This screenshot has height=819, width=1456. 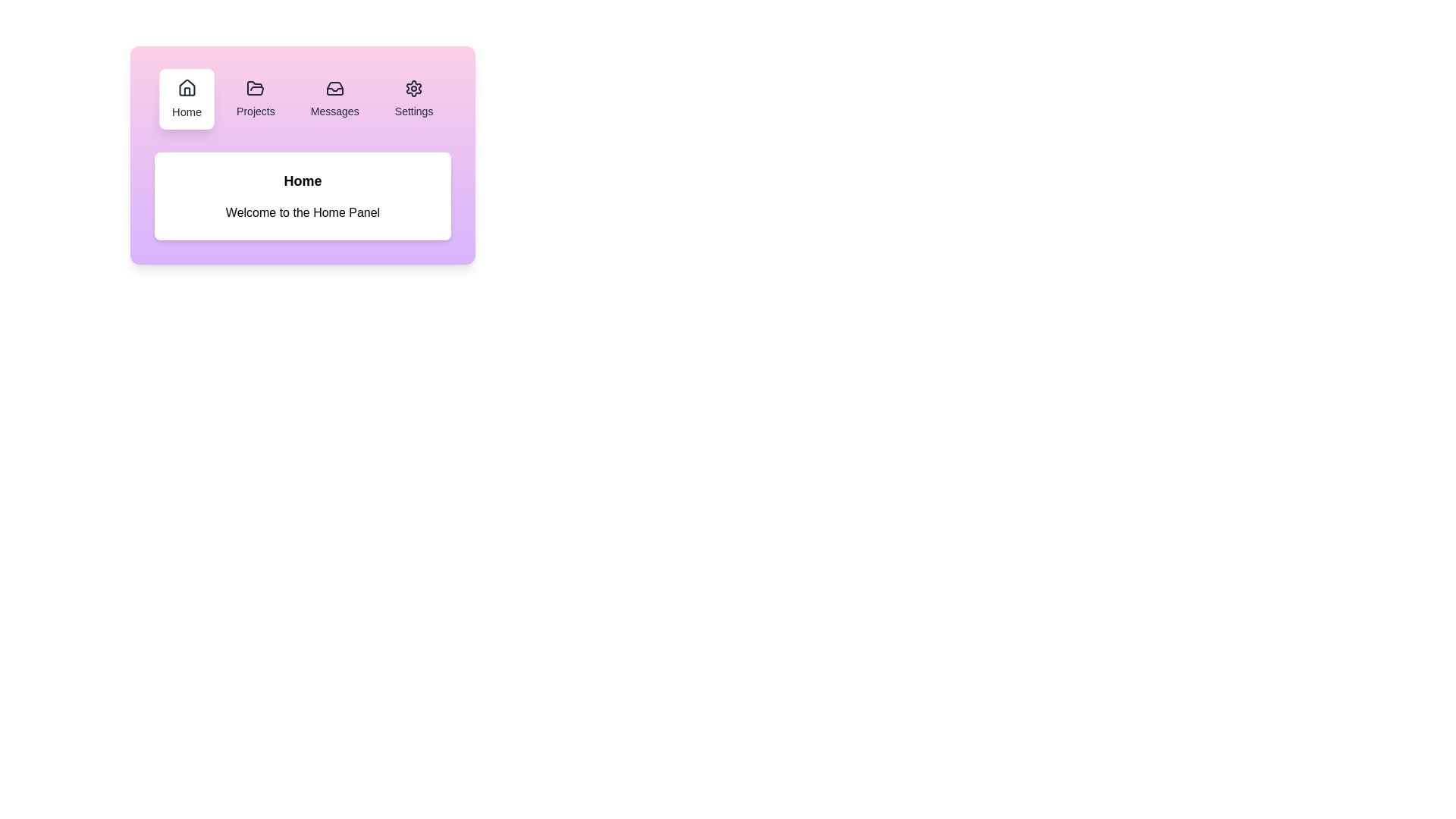 I want to click on the graphical icon representing the 'Messages' section located in the menu bar, specifically within the third button labeled 'Messages', positioned just above the text label, so click(x=334, y=88).